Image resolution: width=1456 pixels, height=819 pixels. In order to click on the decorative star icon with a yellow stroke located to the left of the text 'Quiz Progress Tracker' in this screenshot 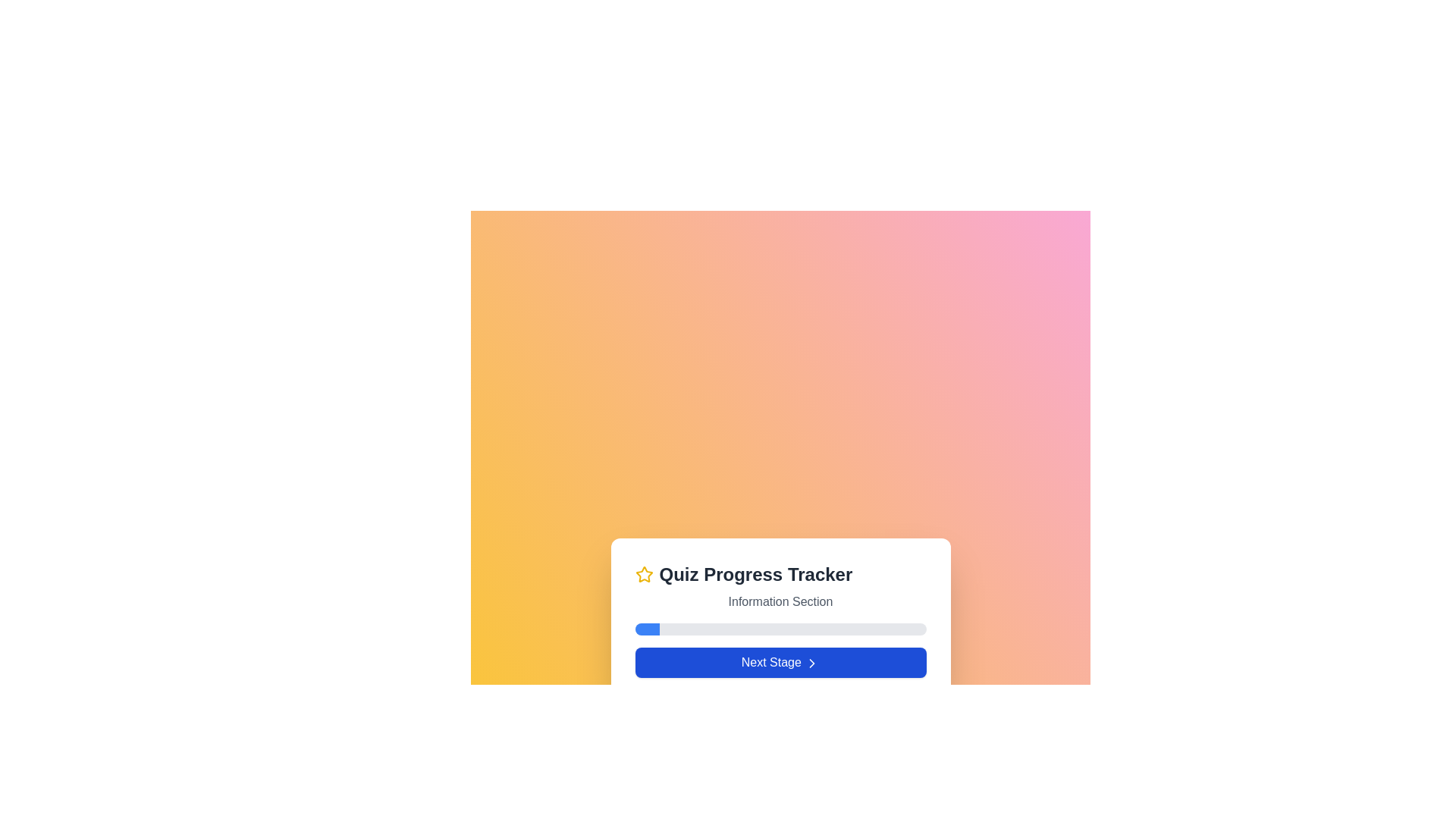, I will do `click(644, 575)`.